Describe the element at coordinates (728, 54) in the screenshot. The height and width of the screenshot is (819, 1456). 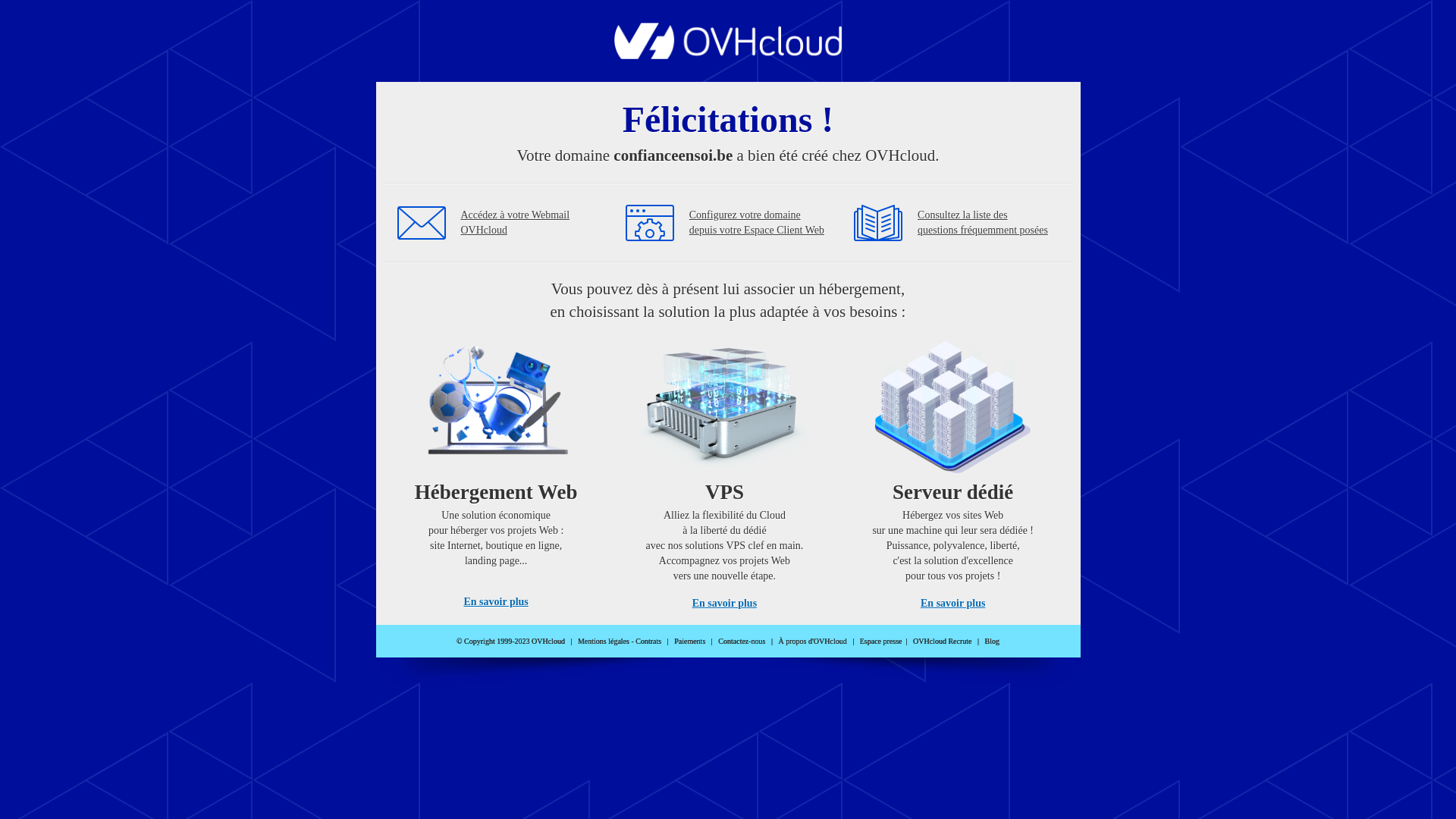
I see `'OVHcloud'` at that location.